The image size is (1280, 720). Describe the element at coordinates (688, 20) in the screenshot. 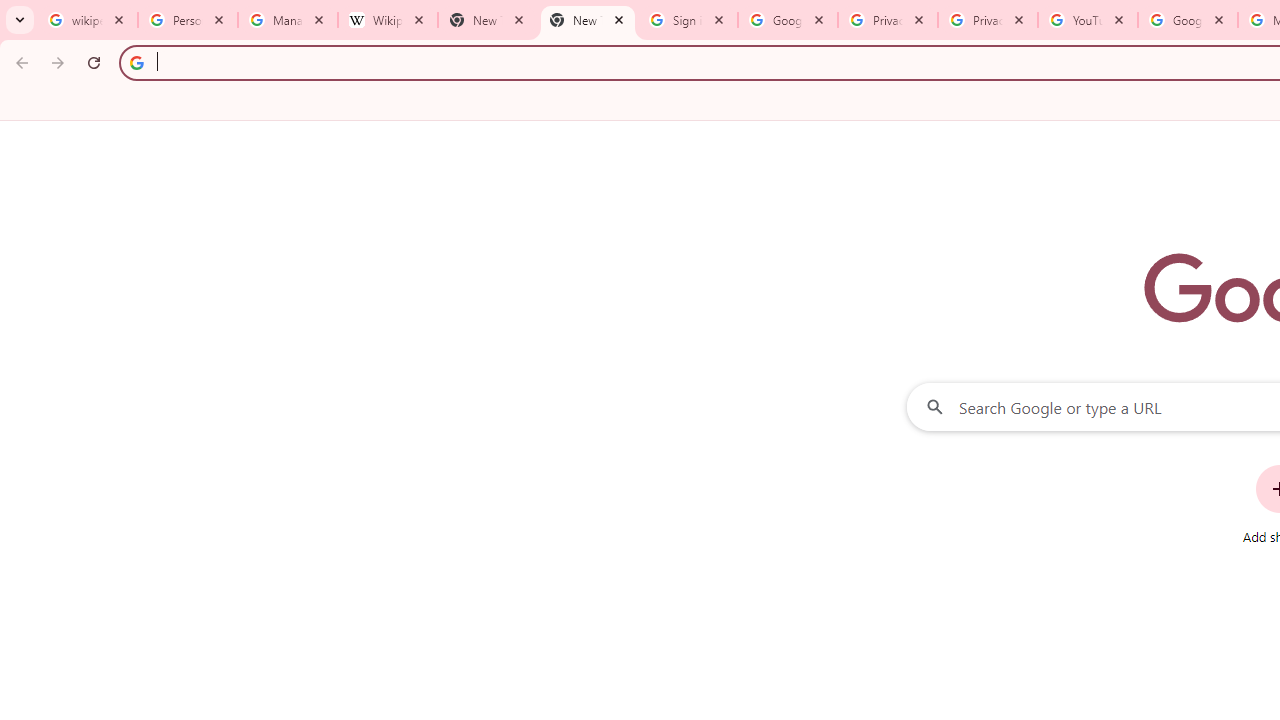

I see `'Sign in - Google Accounts'` at that location.